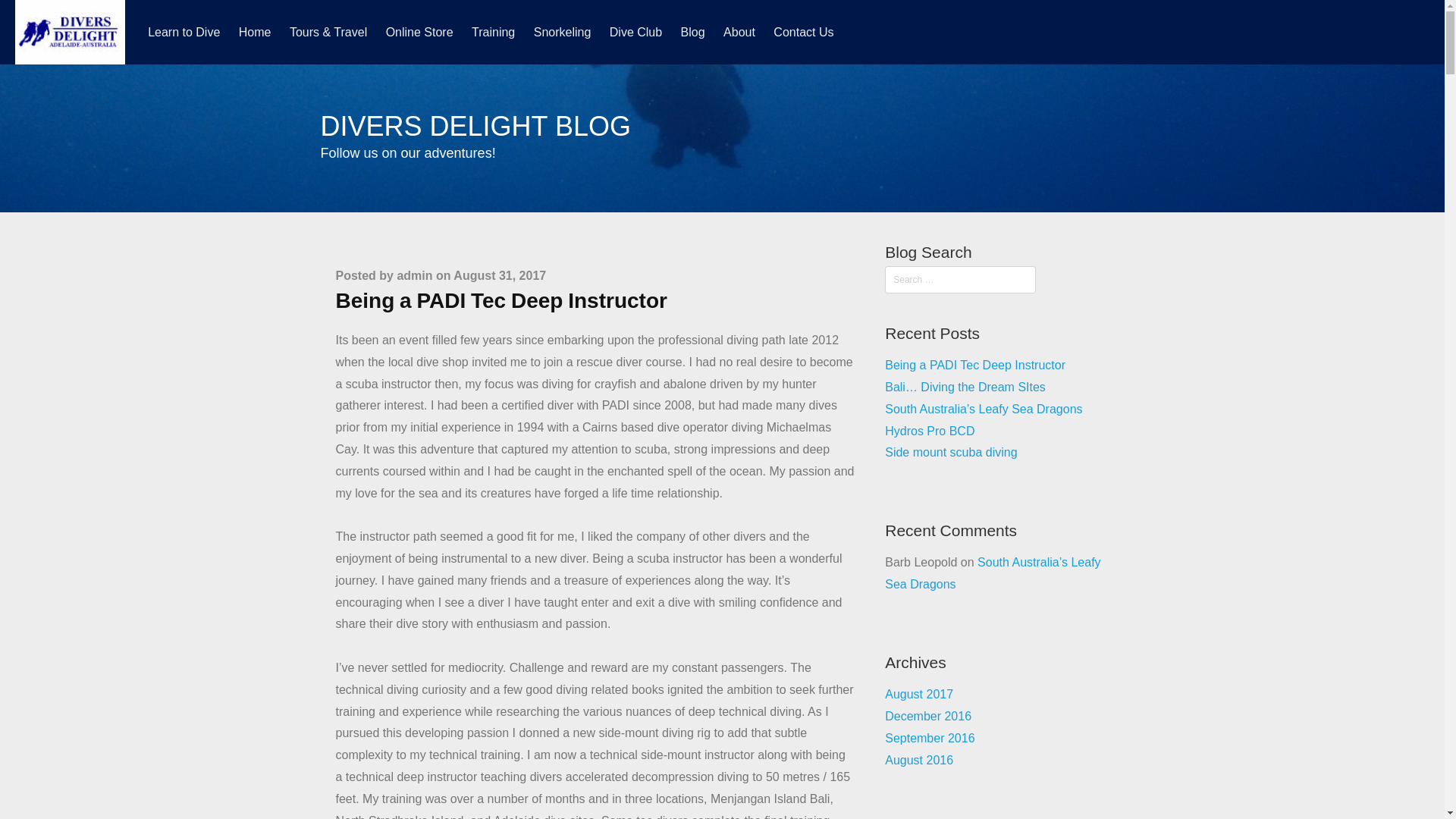 This screenshot has width=1456, height=819. What do you see at coordinates (282, 32) in the screenshot?
I see `'Tours & Travel'` at bounding box center [282, 32].